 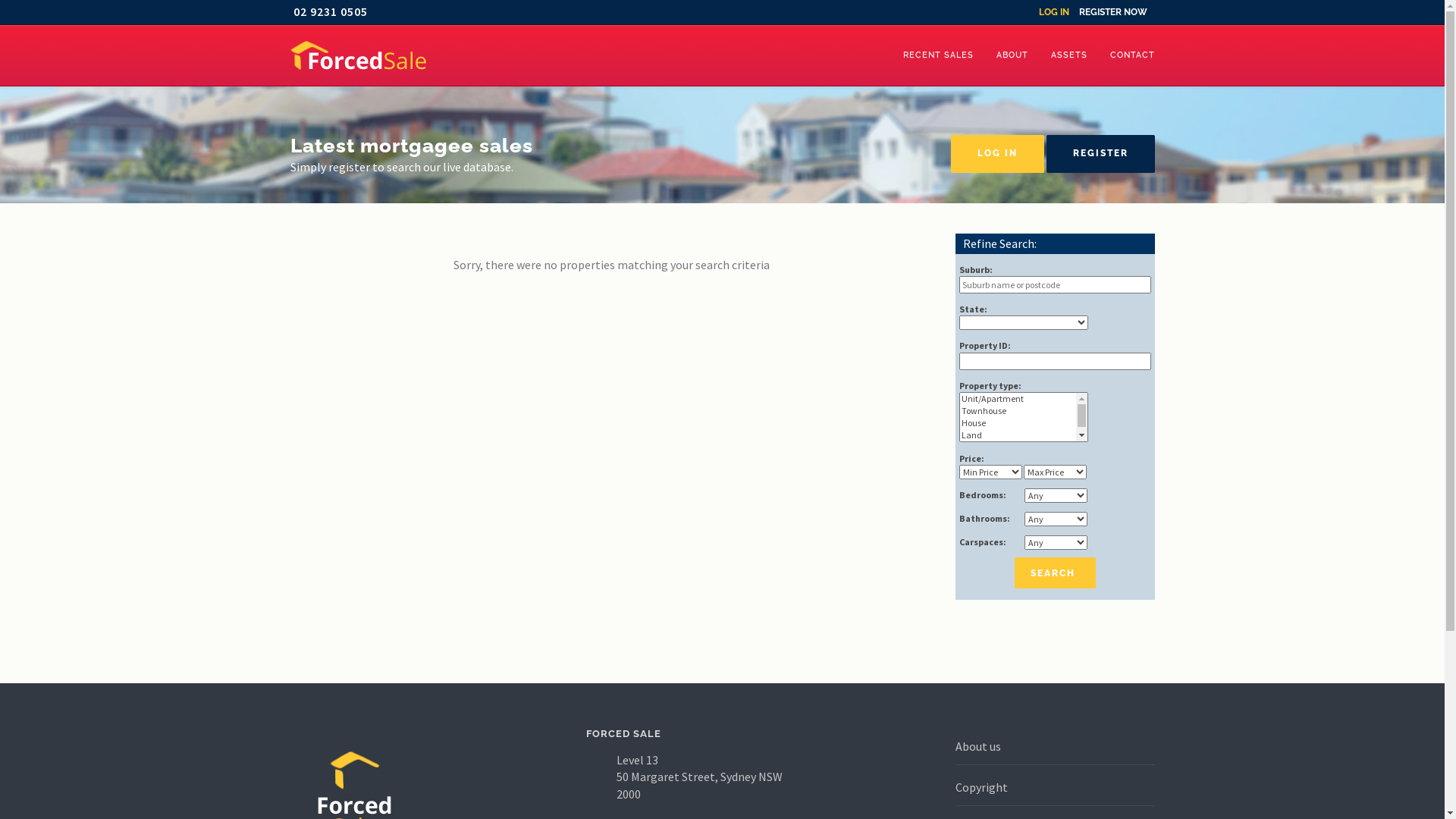 What do you see at coordinates (978, 745) in the screenshot?
I see `'About us'` at bounding box center [978, 745].